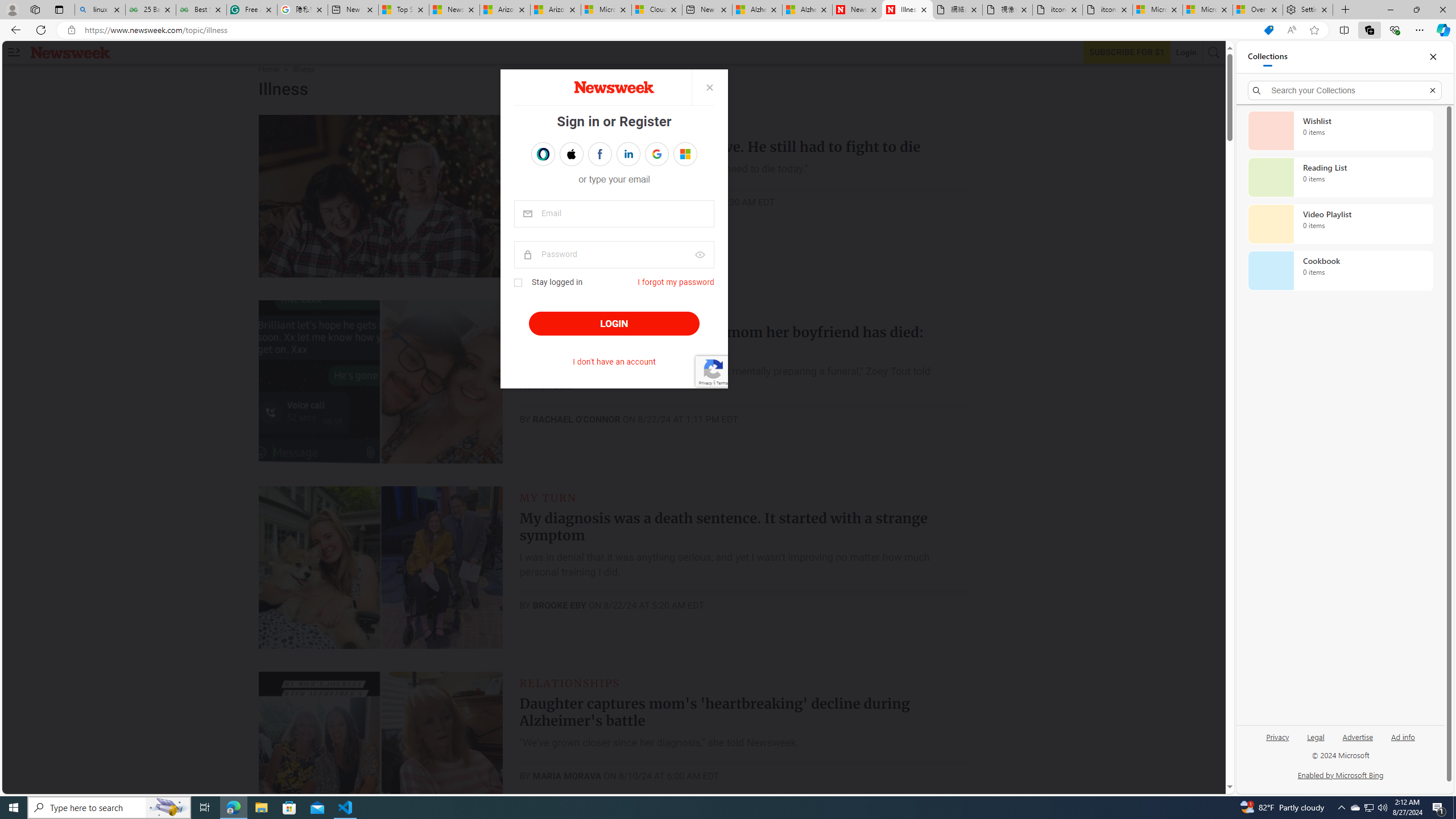 The width and height of the screenshot is (1456, 819). Describe the element at coordinates (1357, 736) in the screenshot. I see `'Advertise'` at that location.